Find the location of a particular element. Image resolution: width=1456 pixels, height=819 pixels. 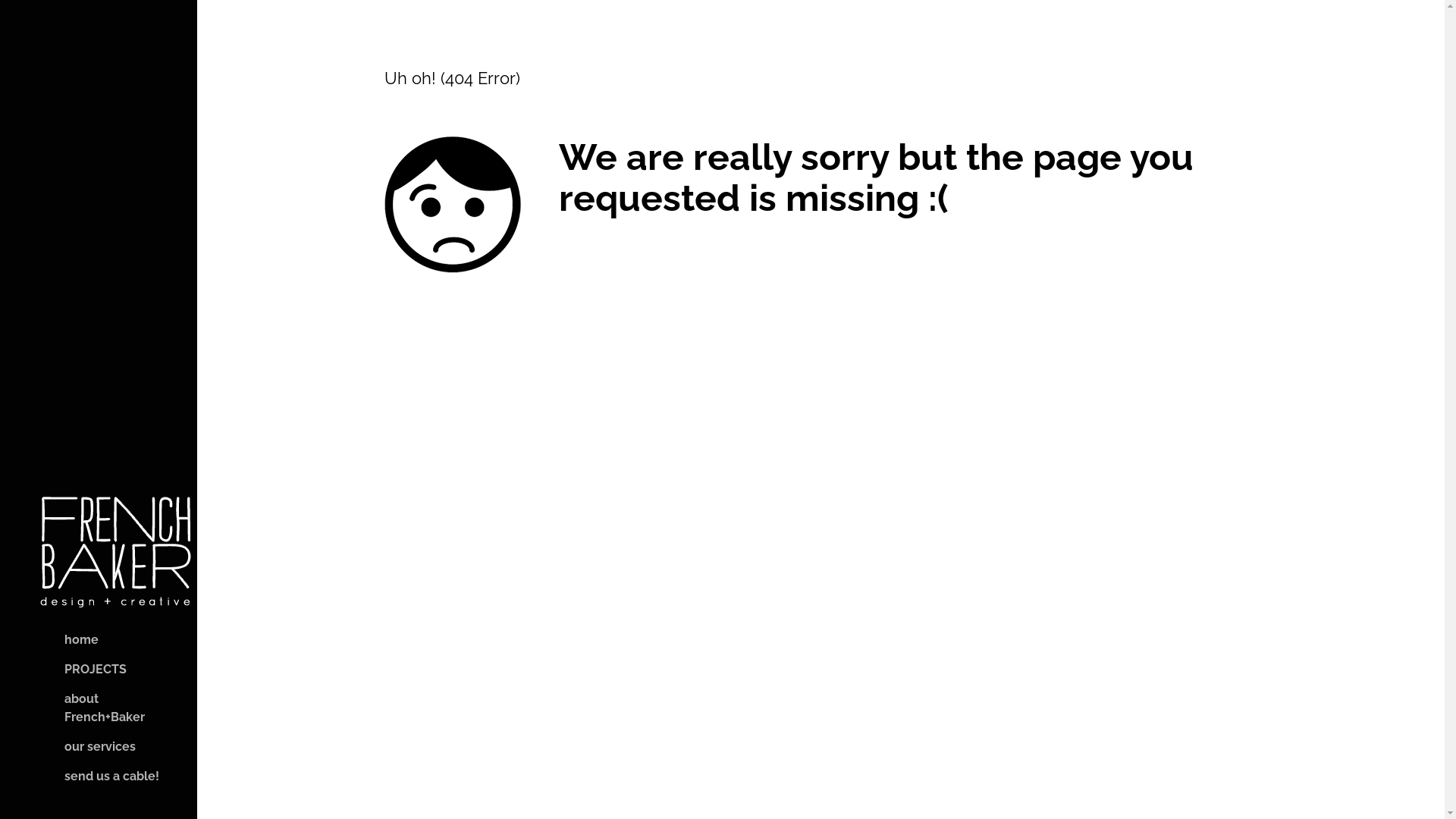

'home' is located at coordinates (67, 640).